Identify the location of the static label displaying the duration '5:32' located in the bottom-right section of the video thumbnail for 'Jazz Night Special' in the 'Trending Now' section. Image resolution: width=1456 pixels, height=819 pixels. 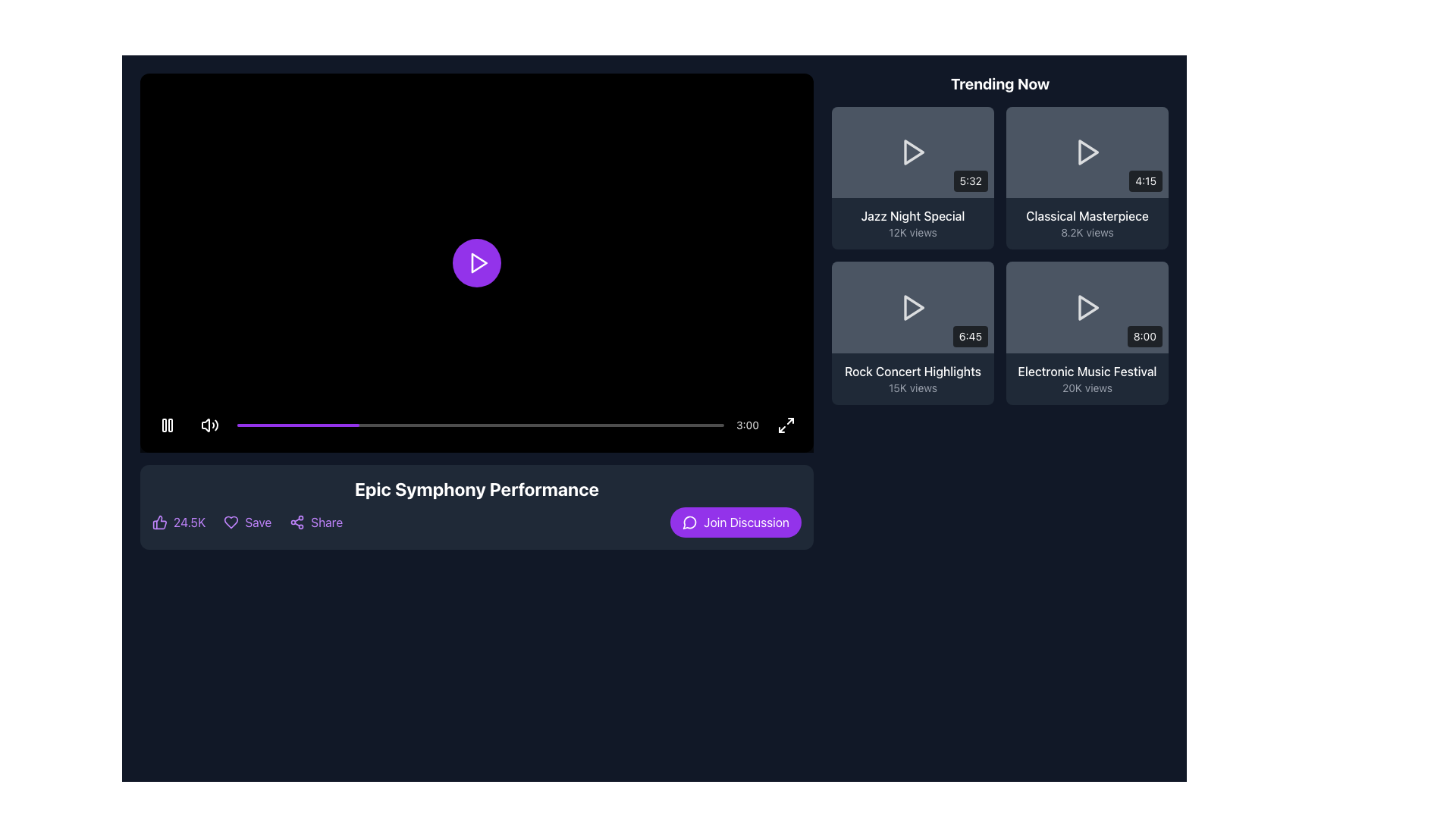
(971, 180).